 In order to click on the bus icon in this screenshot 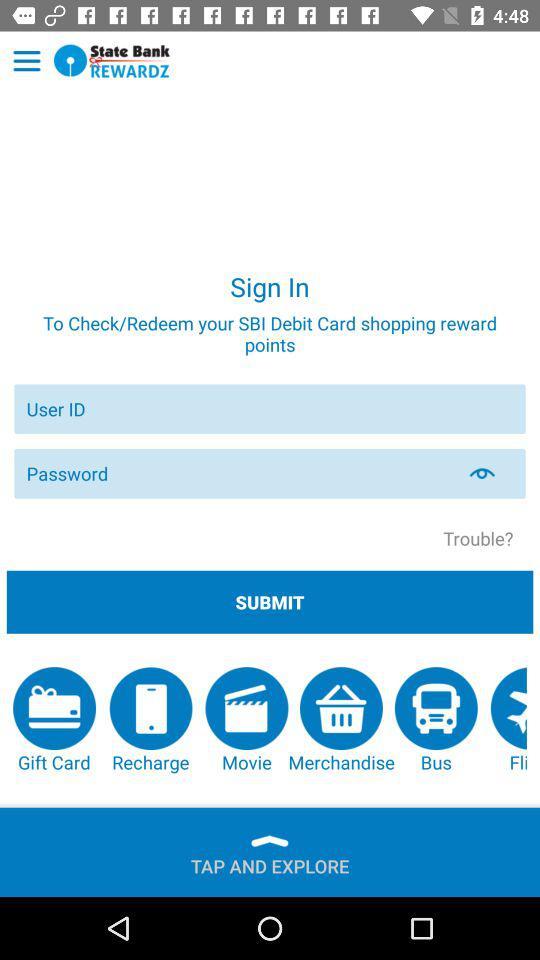, I will do `click(435, 720)`.